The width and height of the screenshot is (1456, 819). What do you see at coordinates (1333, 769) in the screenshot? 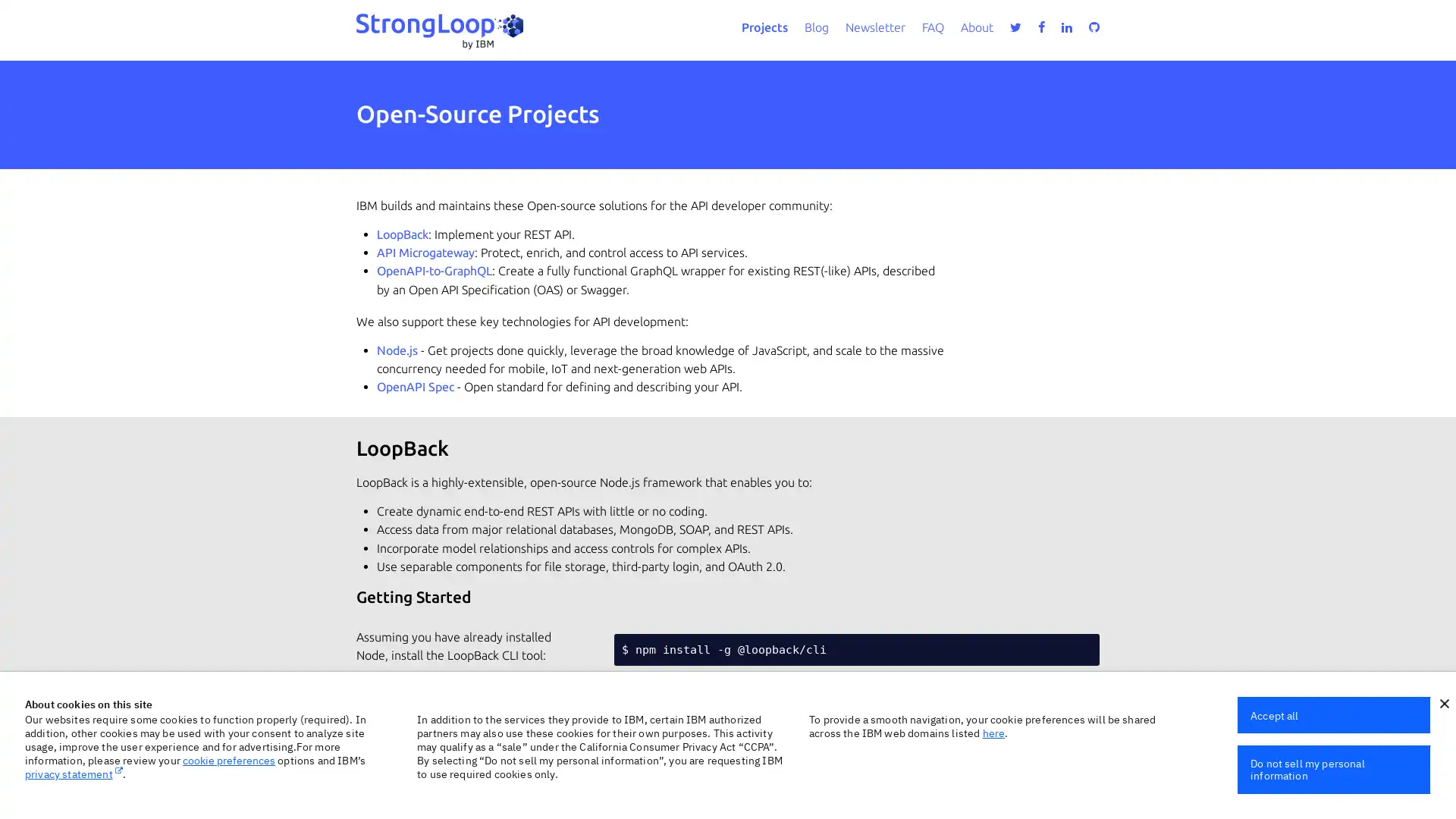
I see `Do not sell my personal information` at bounding box center [1333, 769].